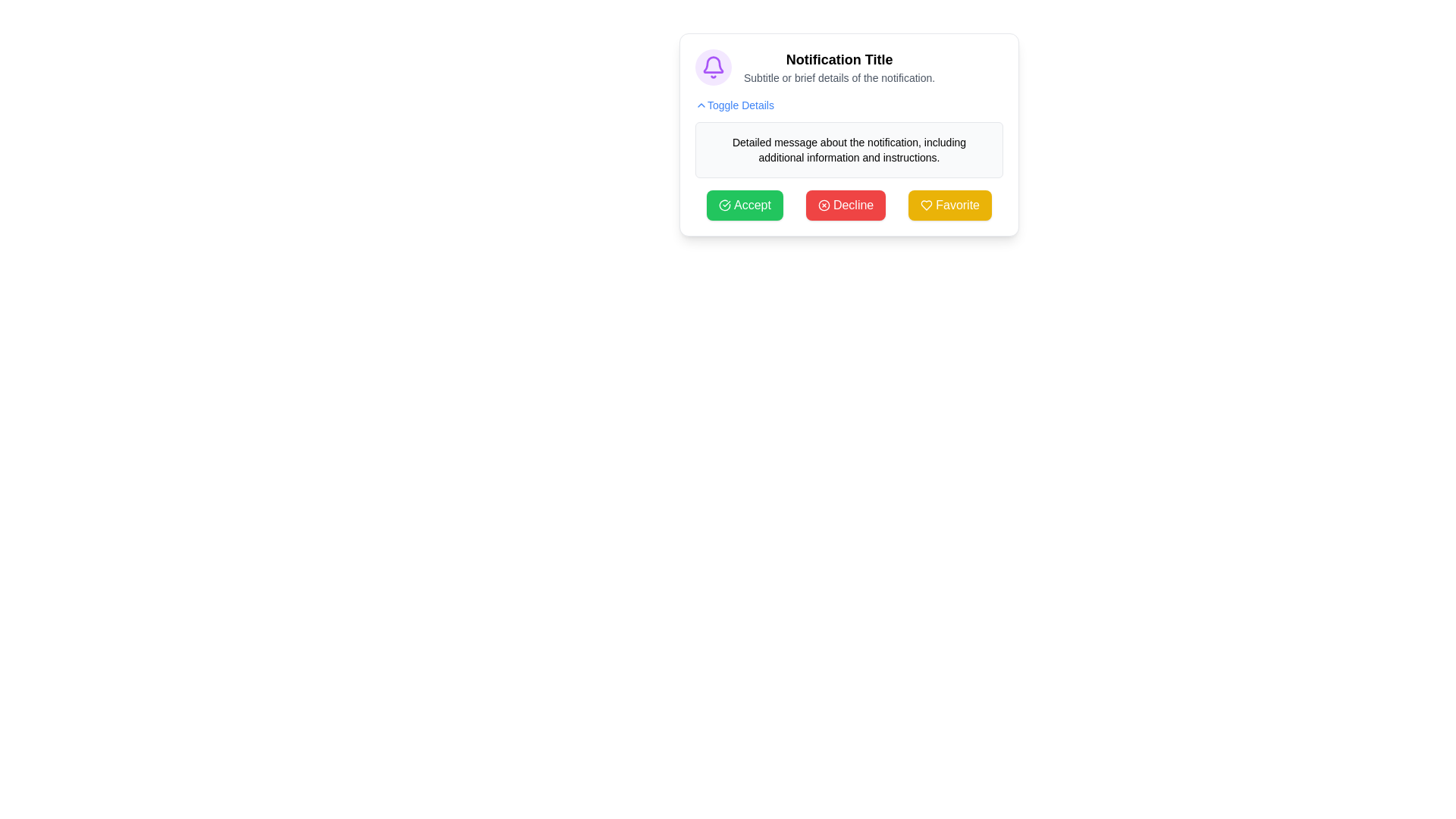  I want to click on the small upward-pointing chevron icon located in the 'Toggle Details' section of the notification card to trigger interaction effects, so click(701, 104).